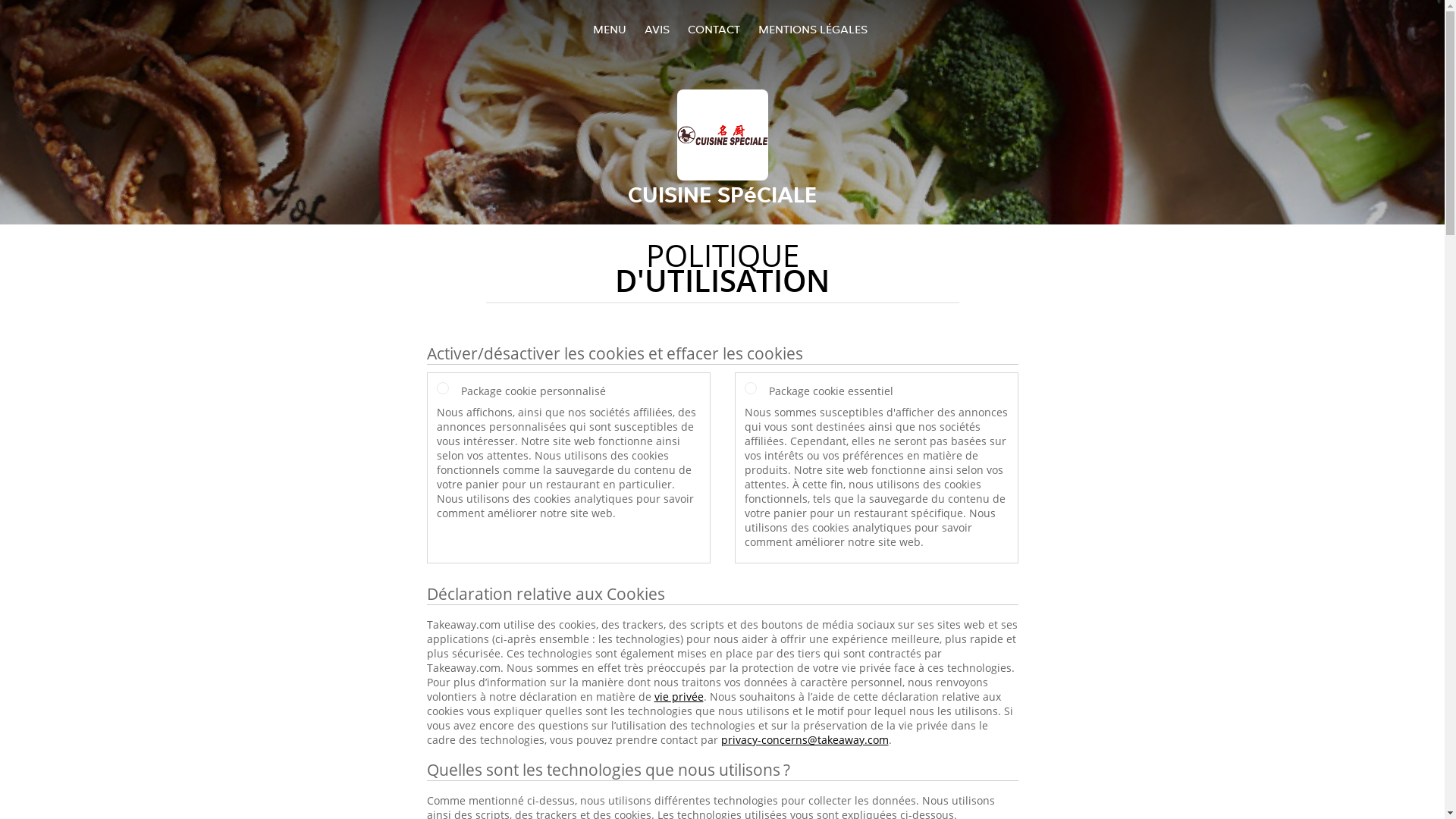 The height and width of the screenshot is (819, 1456). What do you see at coordinates (657, 29) in the screenshot?
I see `'AVIS'` at bounding box center [657, 29].